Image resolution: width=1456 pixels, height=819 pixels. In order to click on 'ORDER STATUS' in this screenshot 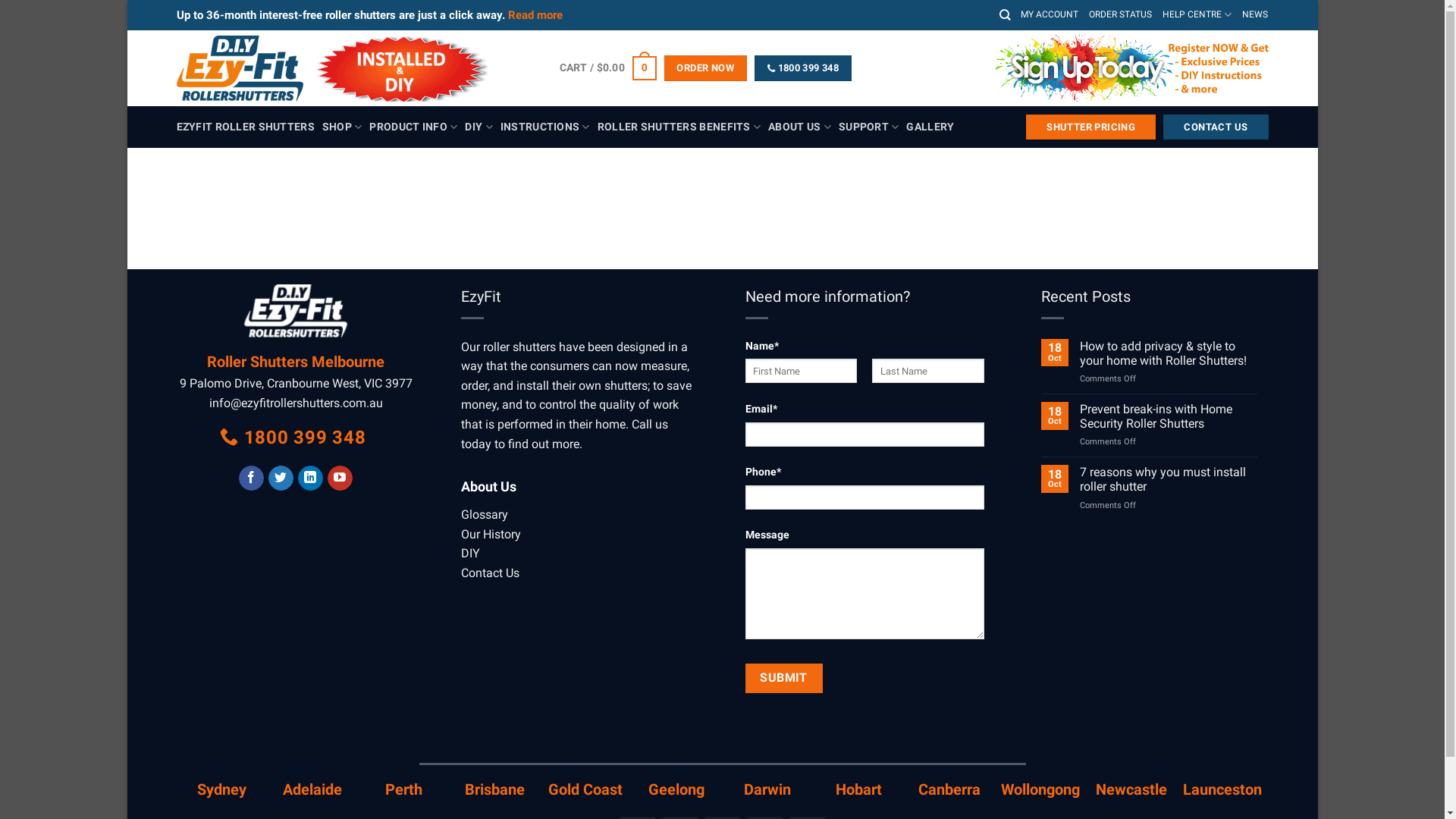, I will do `click(1120, 14)`.